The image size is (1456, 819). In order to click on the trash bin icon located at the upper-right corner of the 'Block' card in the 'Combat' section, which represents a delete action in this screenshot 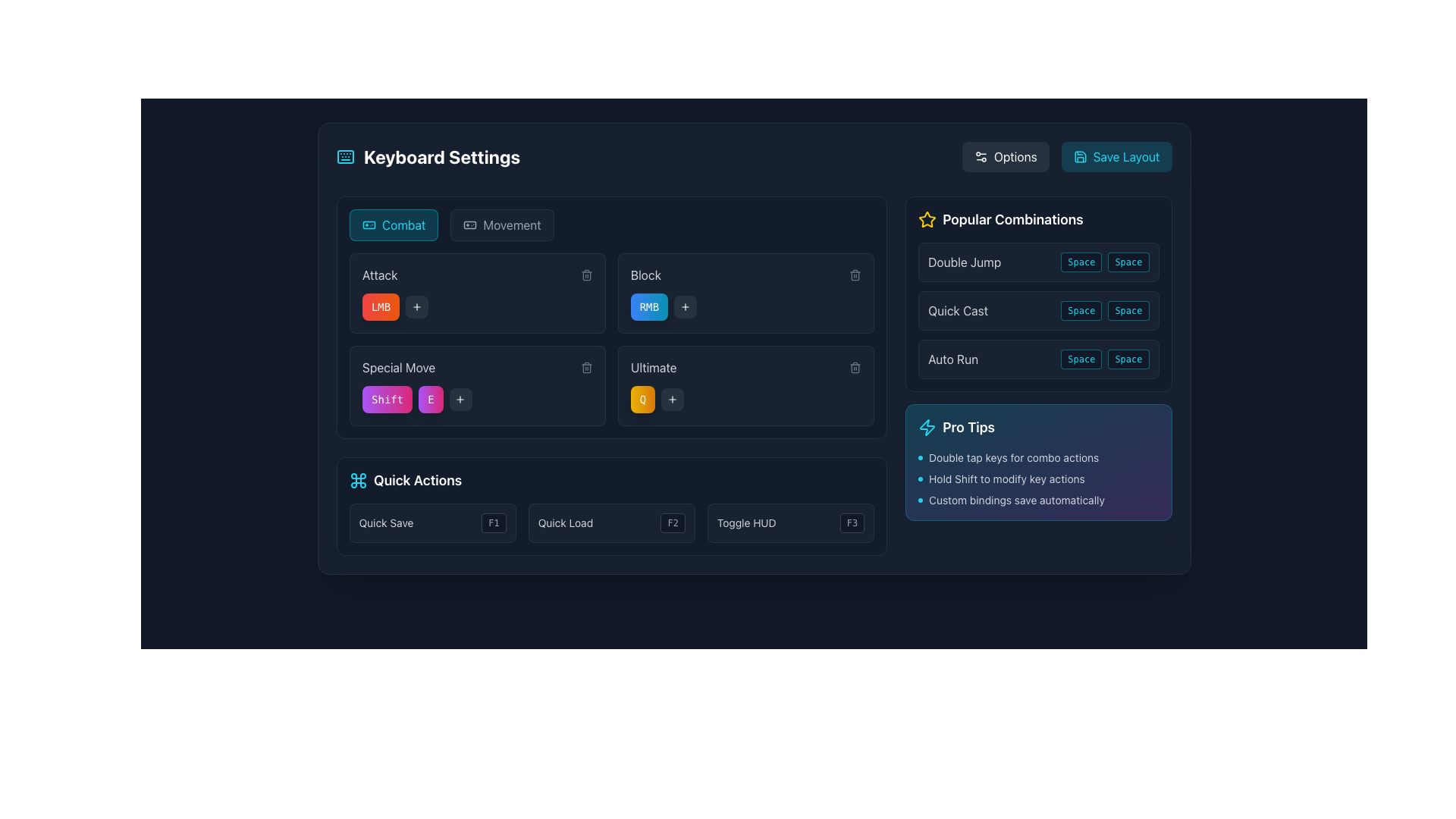, I will do `click(855, 276)`.